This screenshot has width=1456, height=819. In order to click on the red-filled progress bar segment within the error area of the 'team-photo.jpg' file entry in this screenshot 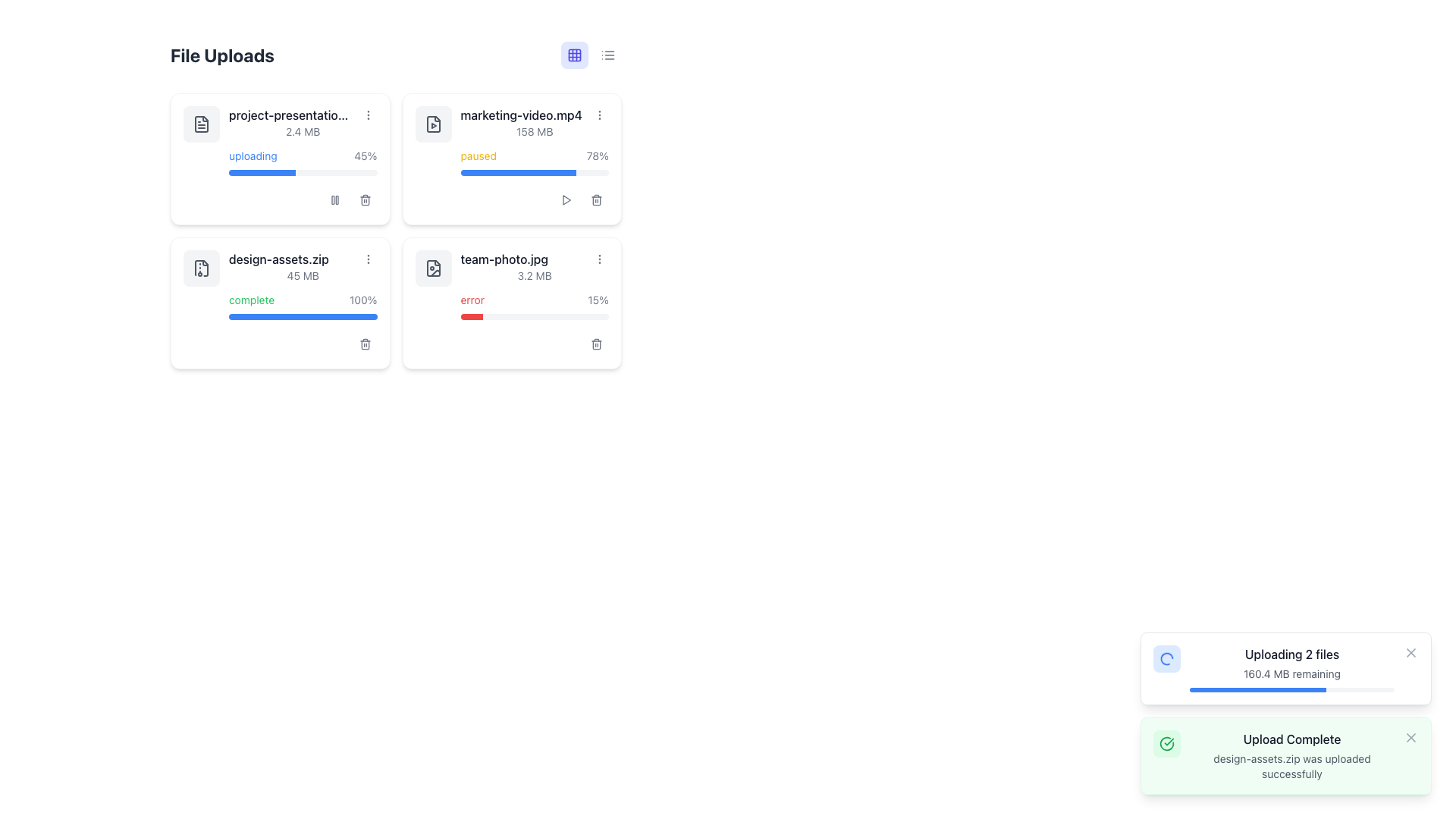, I will do `click(471, 315)`.